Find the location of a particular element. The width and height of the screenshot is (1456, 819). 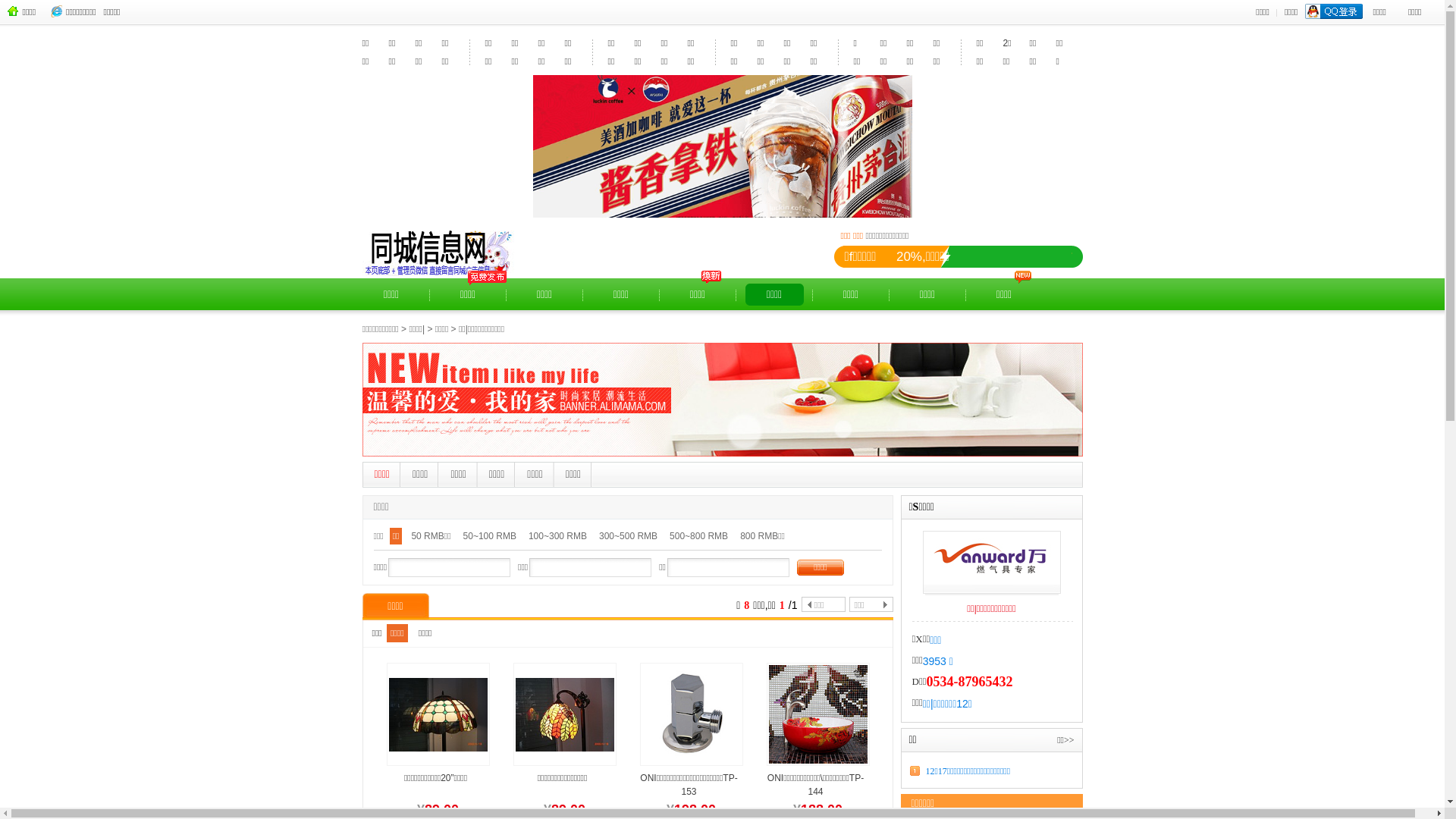

'100~300 RMB' is located at coordinates (557, 558).